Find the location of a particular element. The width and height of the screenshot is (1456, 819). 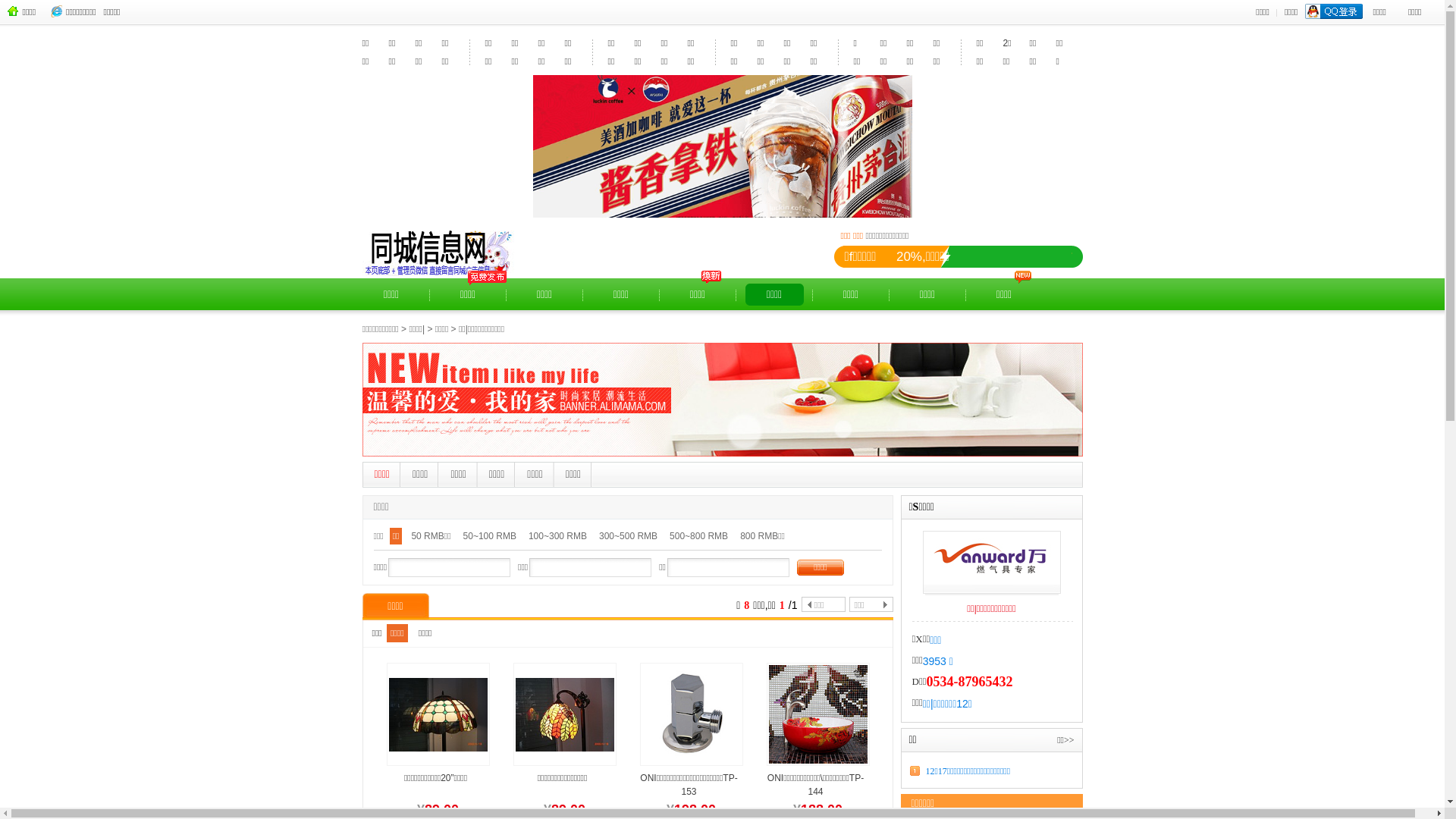

'100~300 RMB' is located at coordinates (557, 558).